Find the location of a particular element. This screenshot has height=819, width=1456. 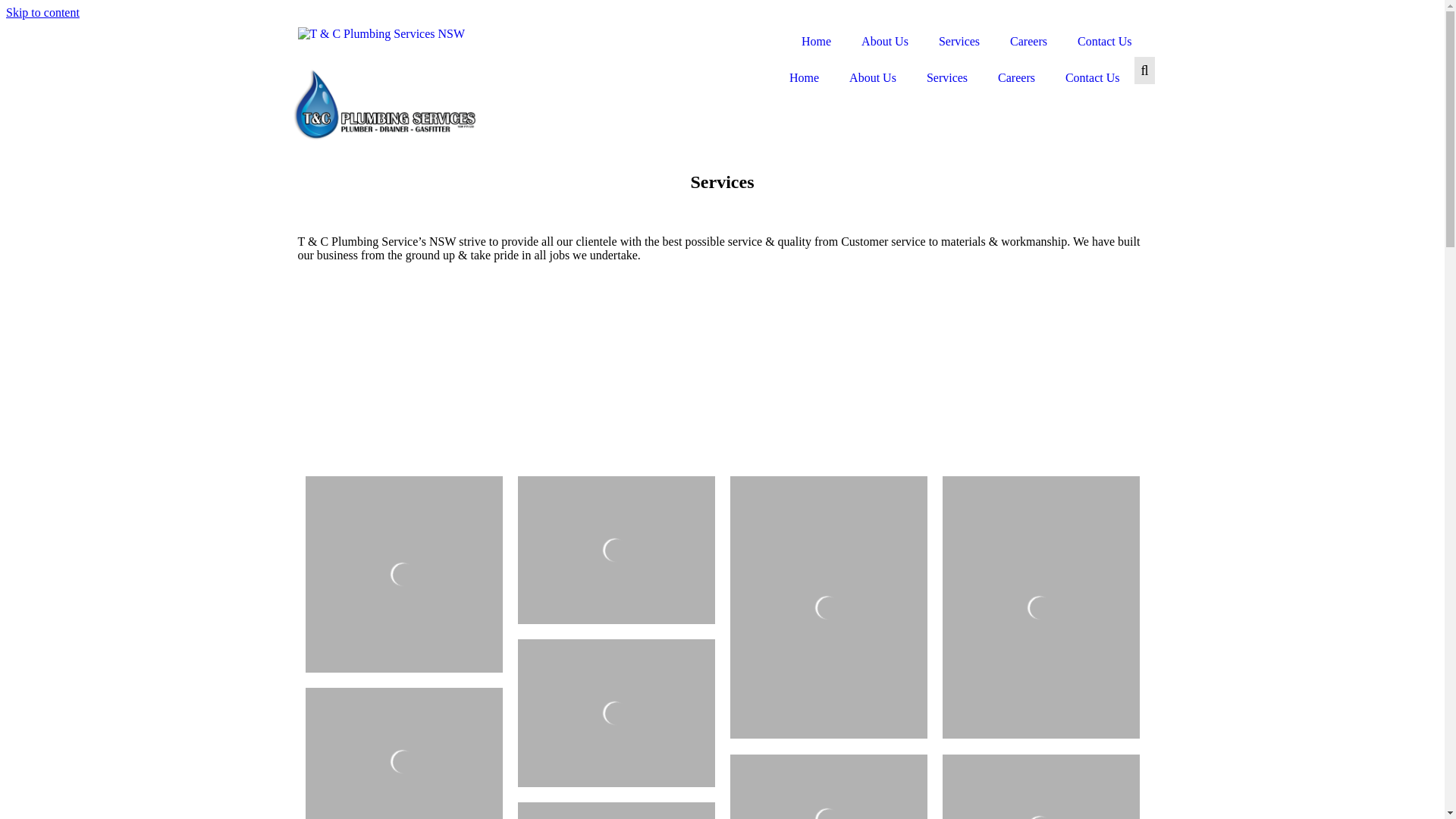

'About Us' is located at coordinates (873, 78).